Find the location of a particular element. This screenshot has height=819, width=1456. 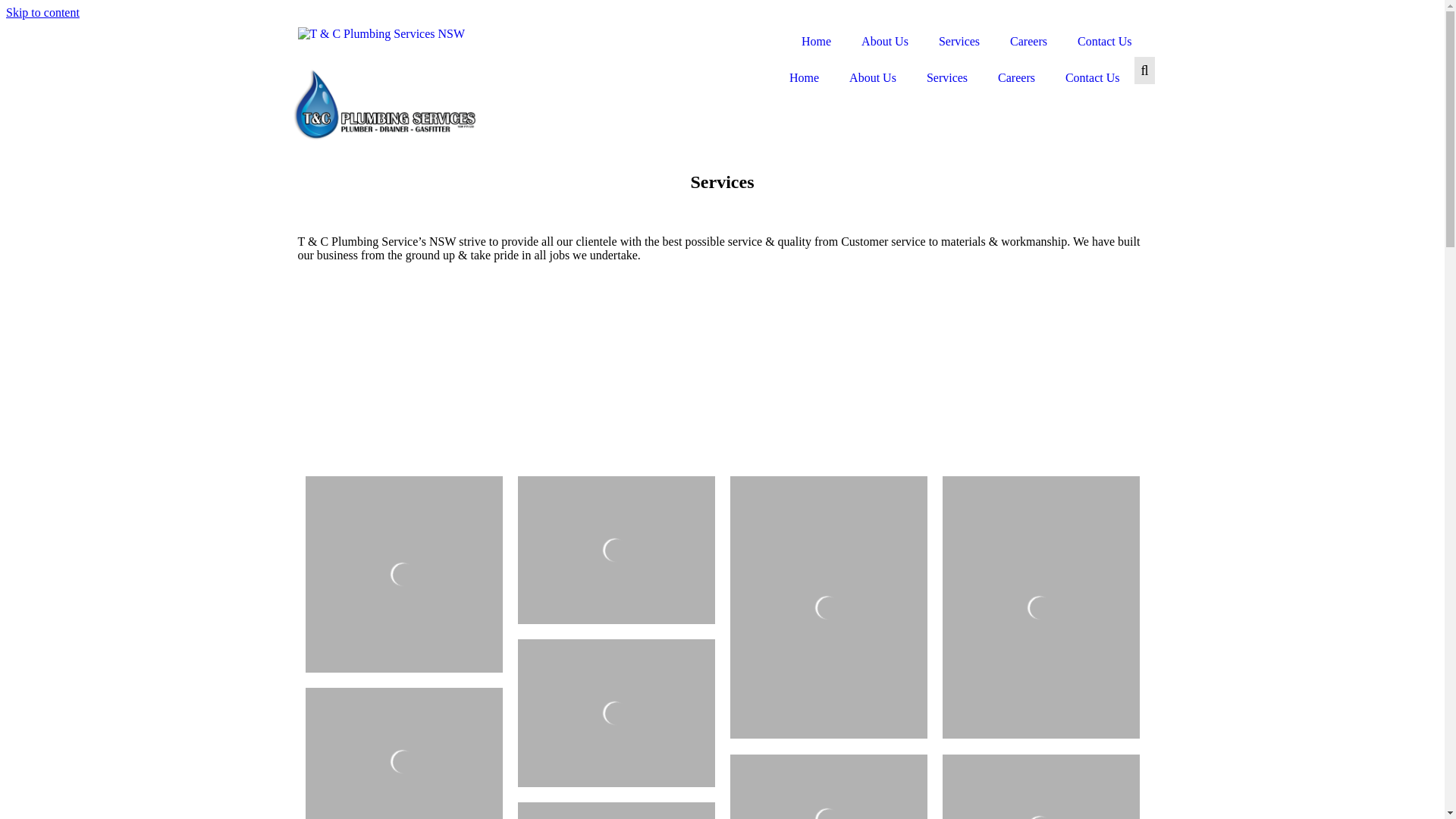

'About Us' is located at coordinates (873, 78).